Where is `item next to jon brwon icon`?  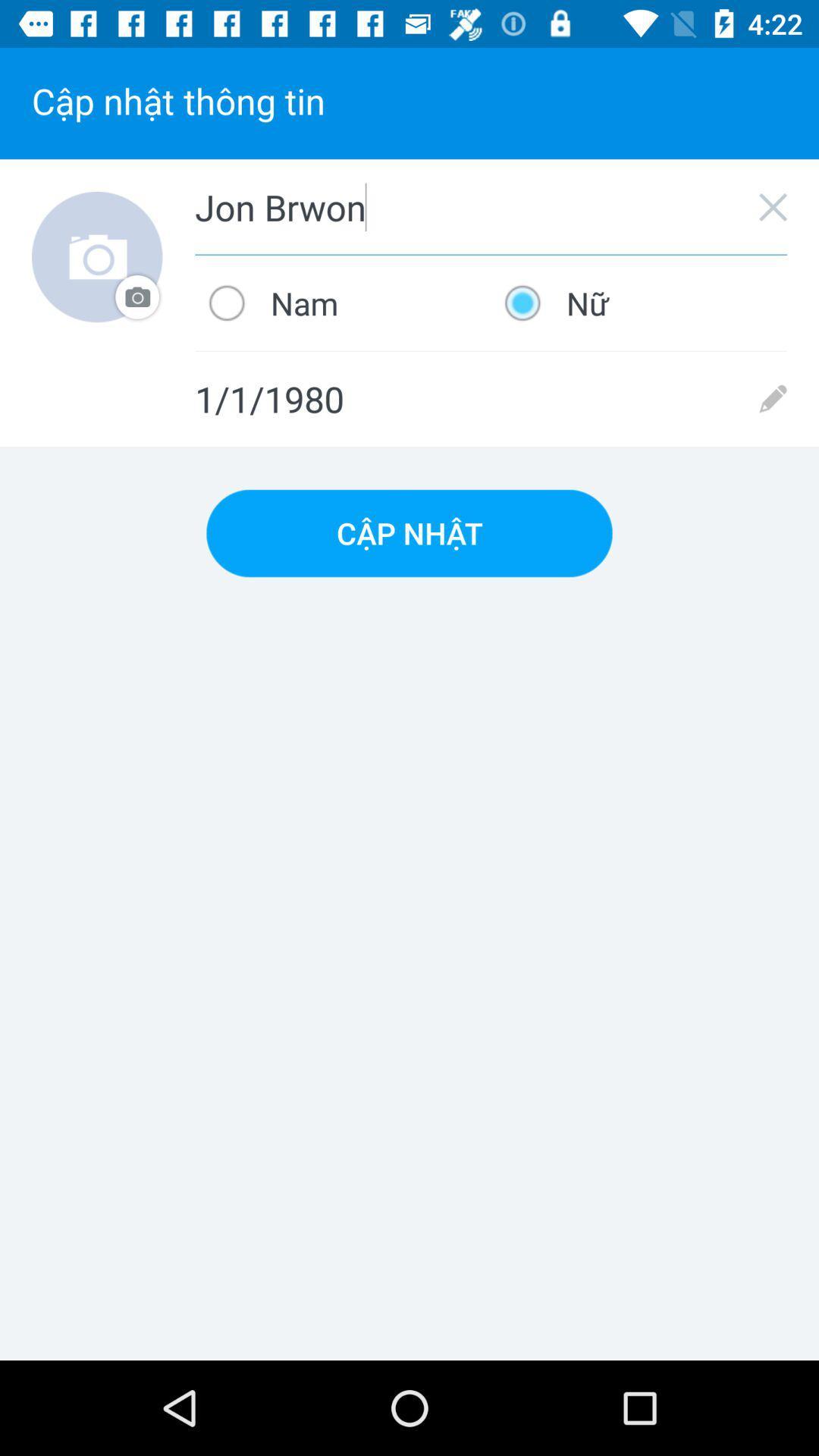
item next to jon brwon icon is located at coordinates (97, 257).